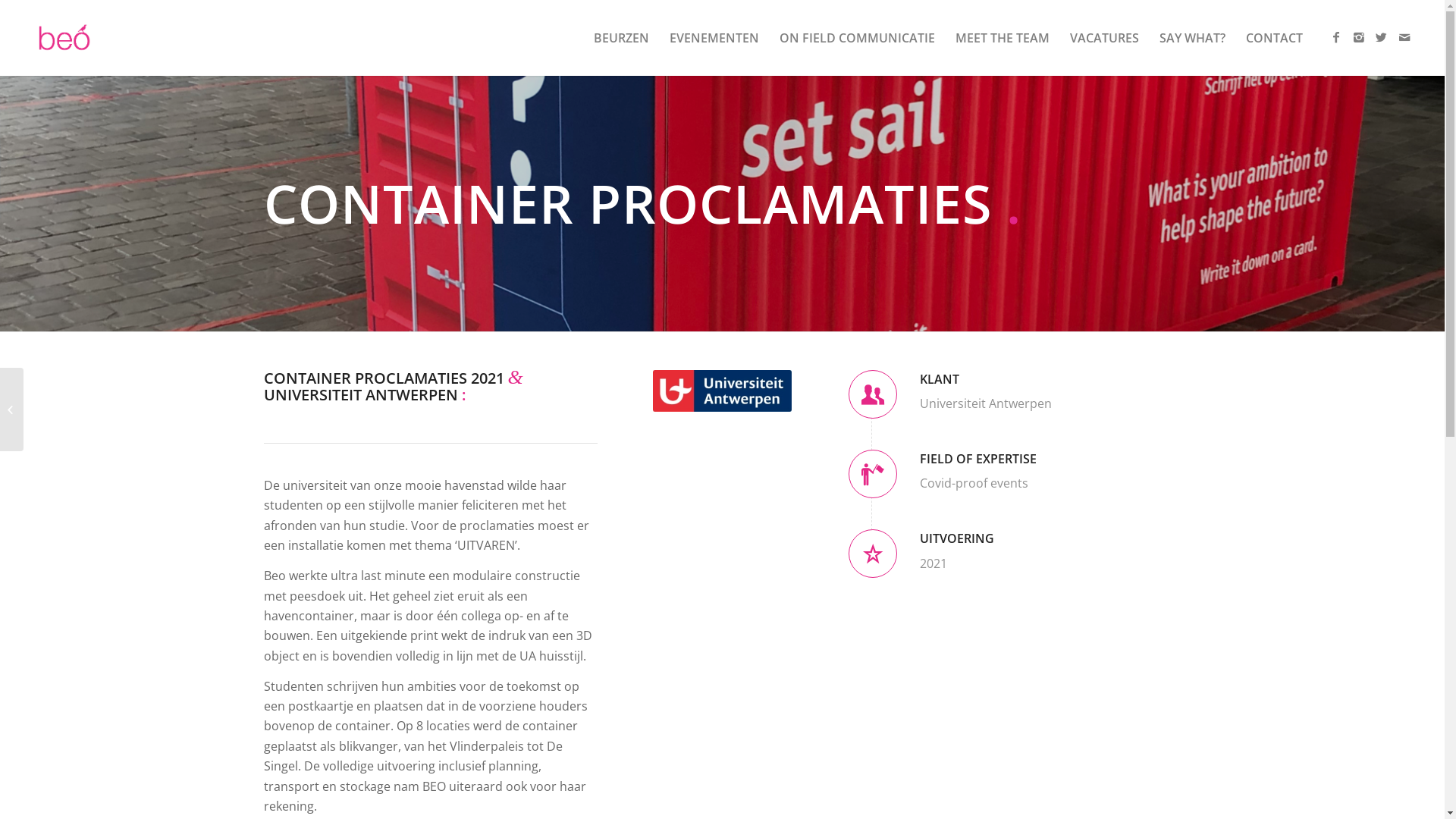 This screenshot has width=1456, height=819. I want to click on 'MEET THE TEAM', so click(1002, 37).